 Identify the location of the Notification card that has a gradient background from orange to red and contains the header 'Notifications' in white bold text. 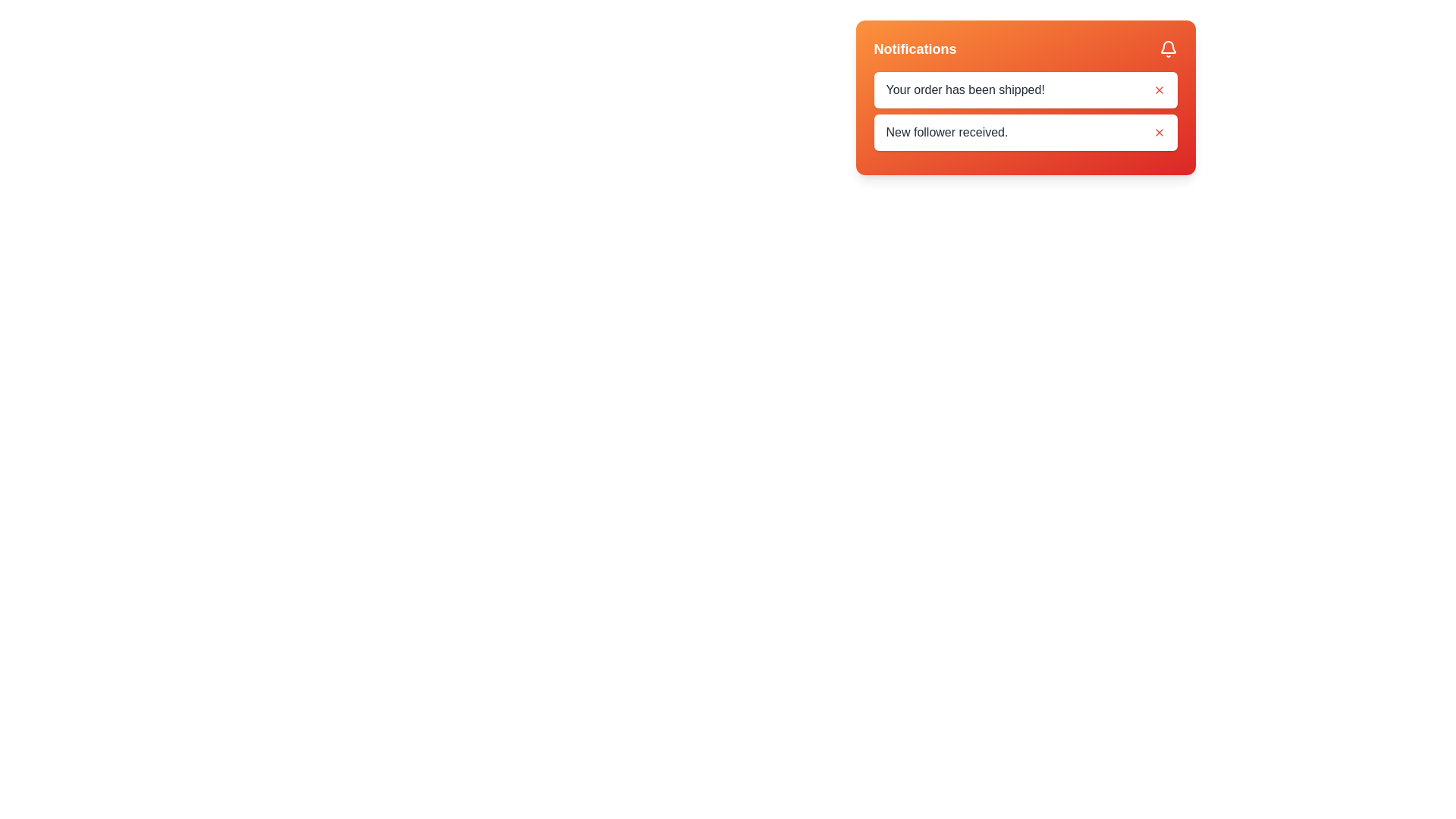
(1025, 97).